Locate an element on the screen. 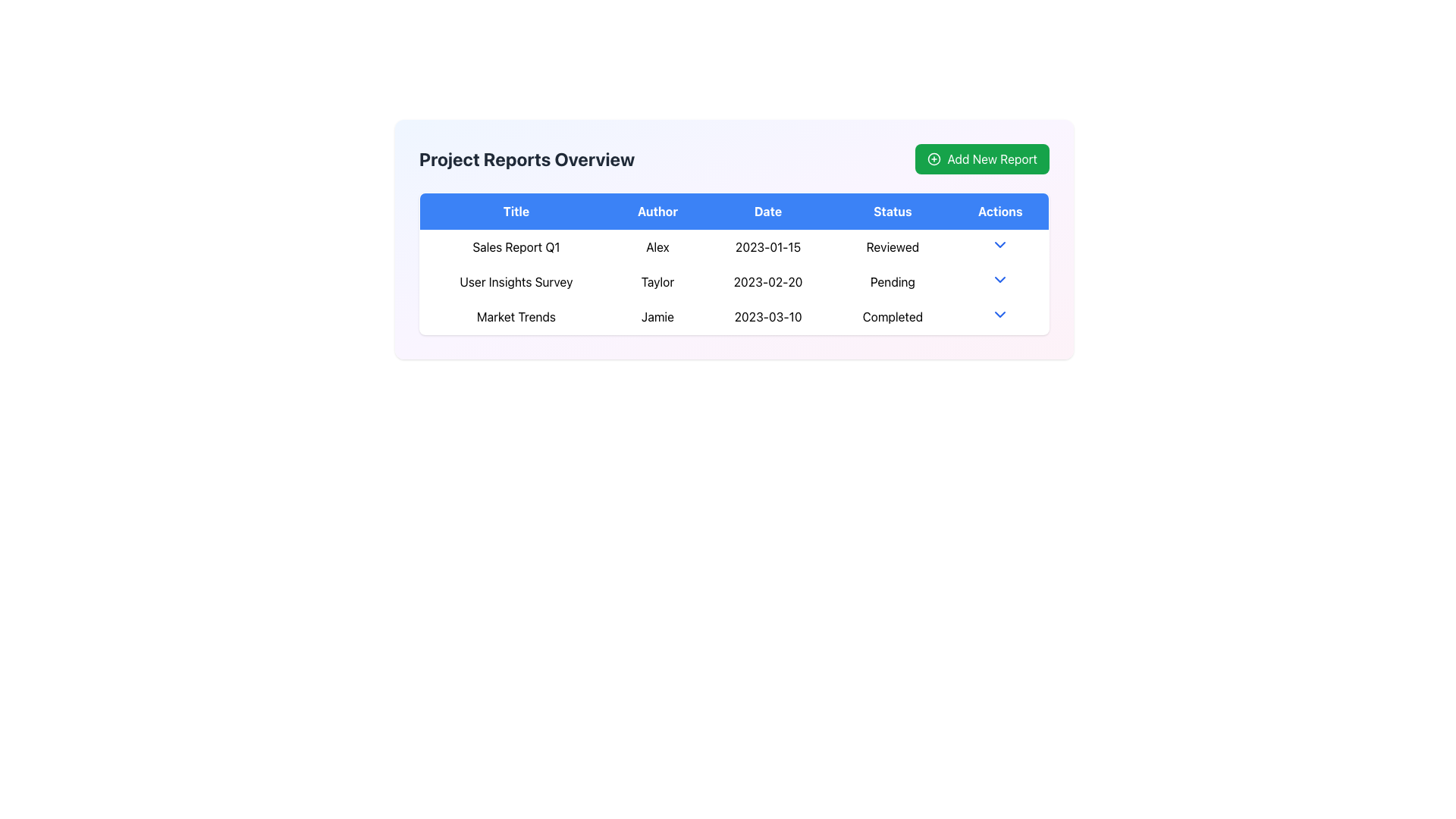  the icon representing the addition of a new report located within the 'Add New Report' button in the top-right area of the interface is located at coordinates (934, 158).